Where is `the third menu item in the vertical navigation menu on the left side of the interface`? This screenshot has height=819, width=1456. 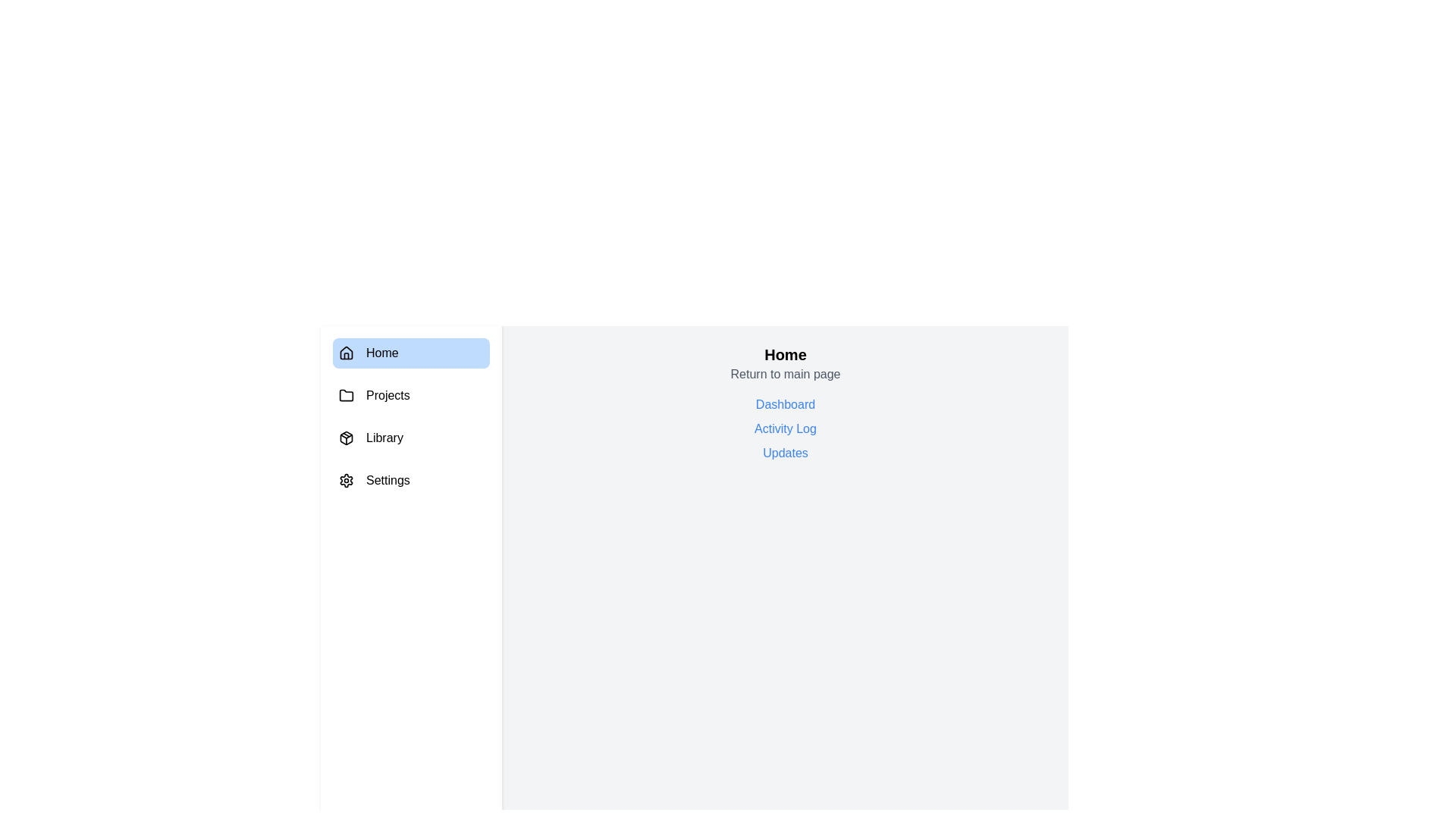
the third menu item in the vertical navigation menu on the left side of the interface is located at coordinates (411, 438).